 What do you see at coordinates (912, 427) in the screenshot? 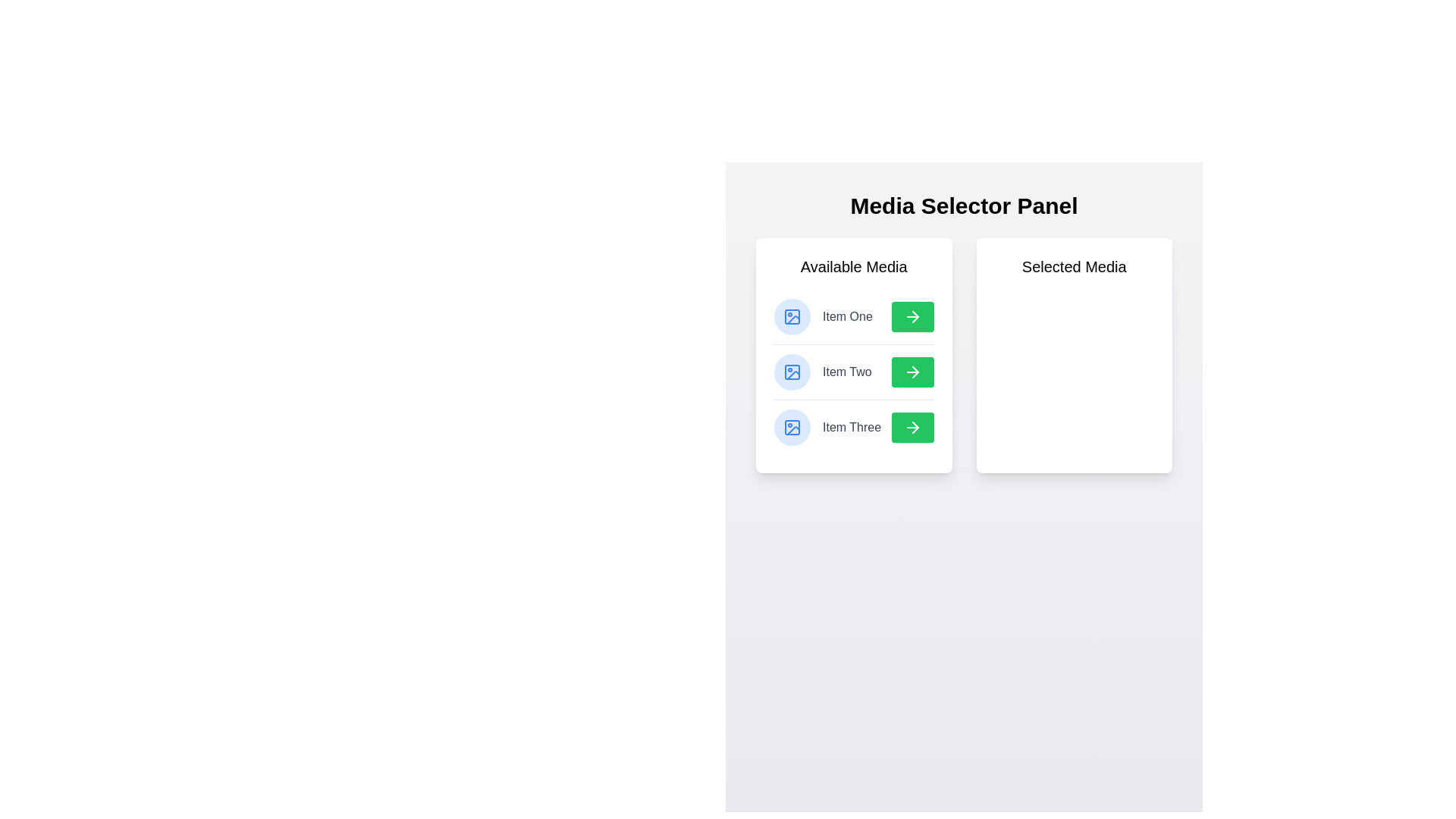
I see `the button for 'Item Three' in the 'Available Media' panel` at bounding box center [912, 427].